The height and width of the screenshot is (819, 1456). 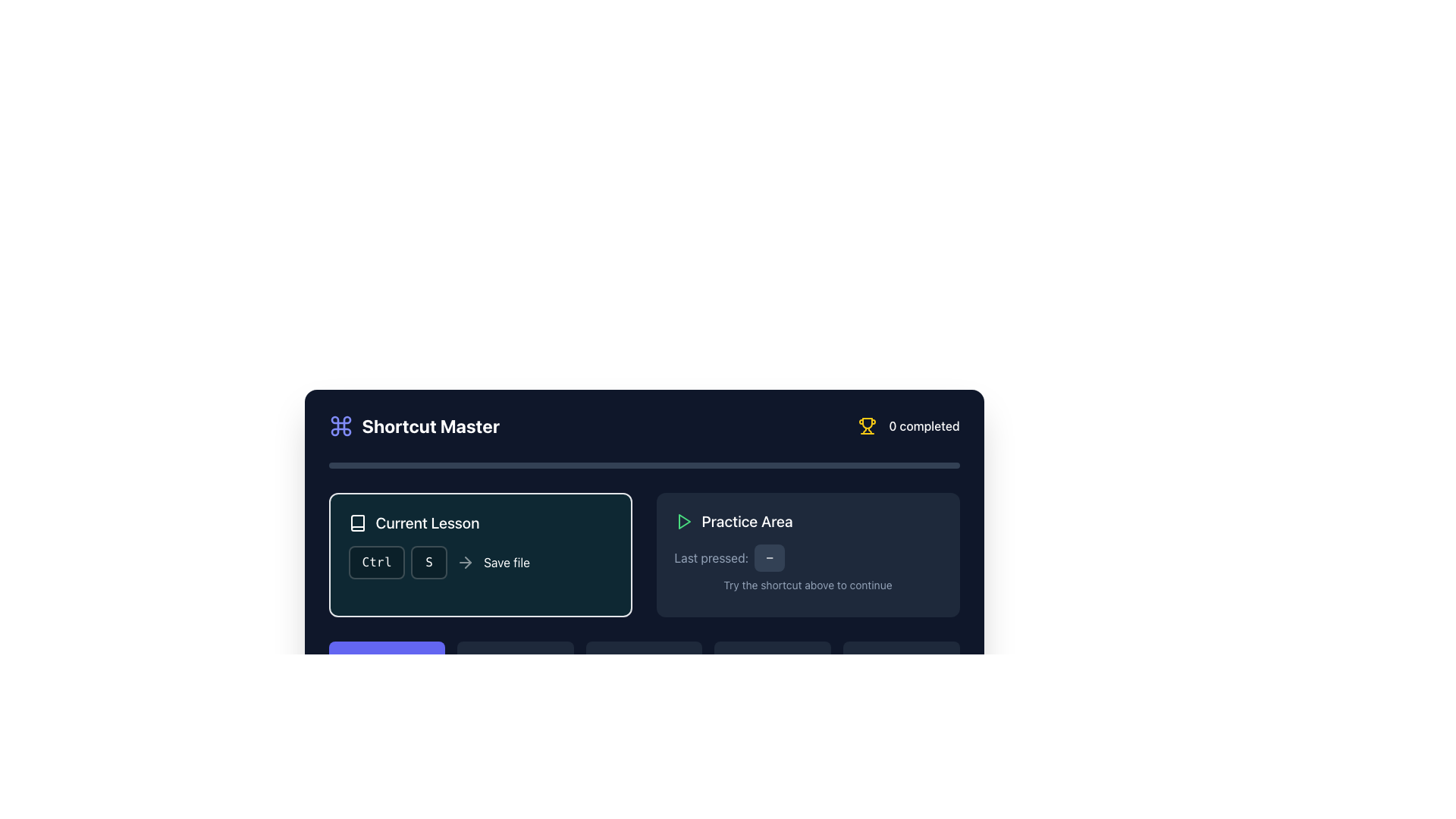 What do you see at coordinates (479, 555) in the screenshot?
I see `the 'Current Lesson' section, which has a dark green background and features a book icon along with the text 'Current Lesson' and the shortcut 'Ctrl S' for saving files` at bounding box center [479, 555].